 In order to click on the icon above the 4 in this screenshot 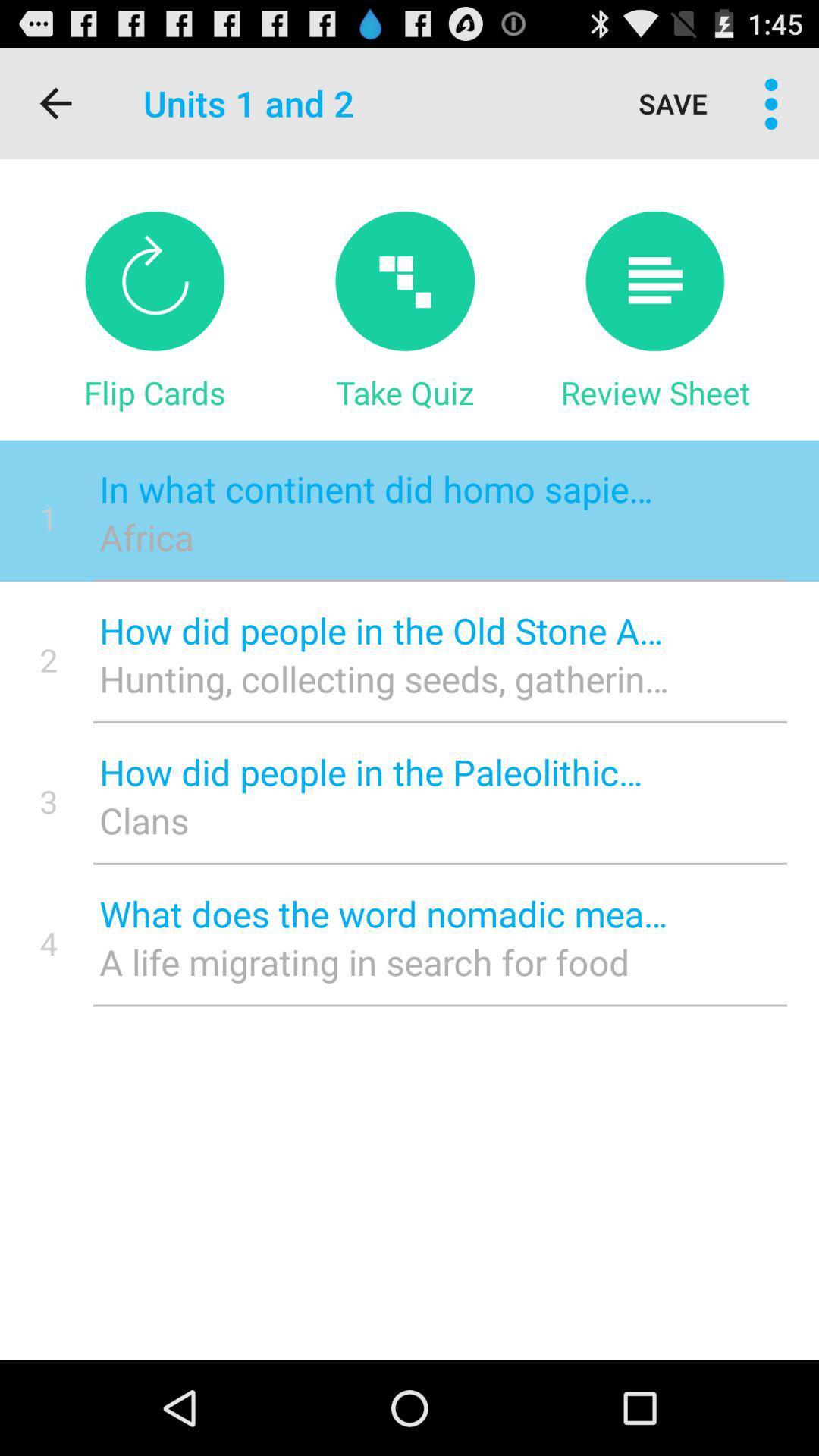, I will do `click(48, 800)`.